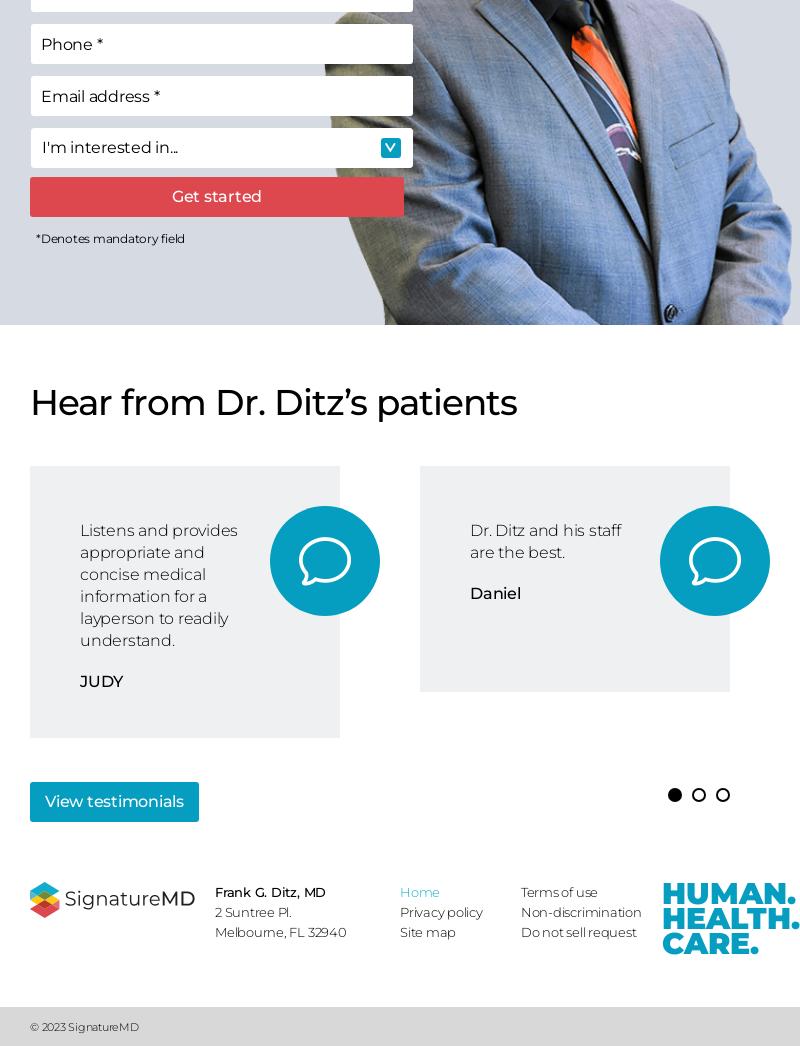  Describe the element at coordinates (558, 892) in the screenshot. I see `'Terms of use'` at that location.